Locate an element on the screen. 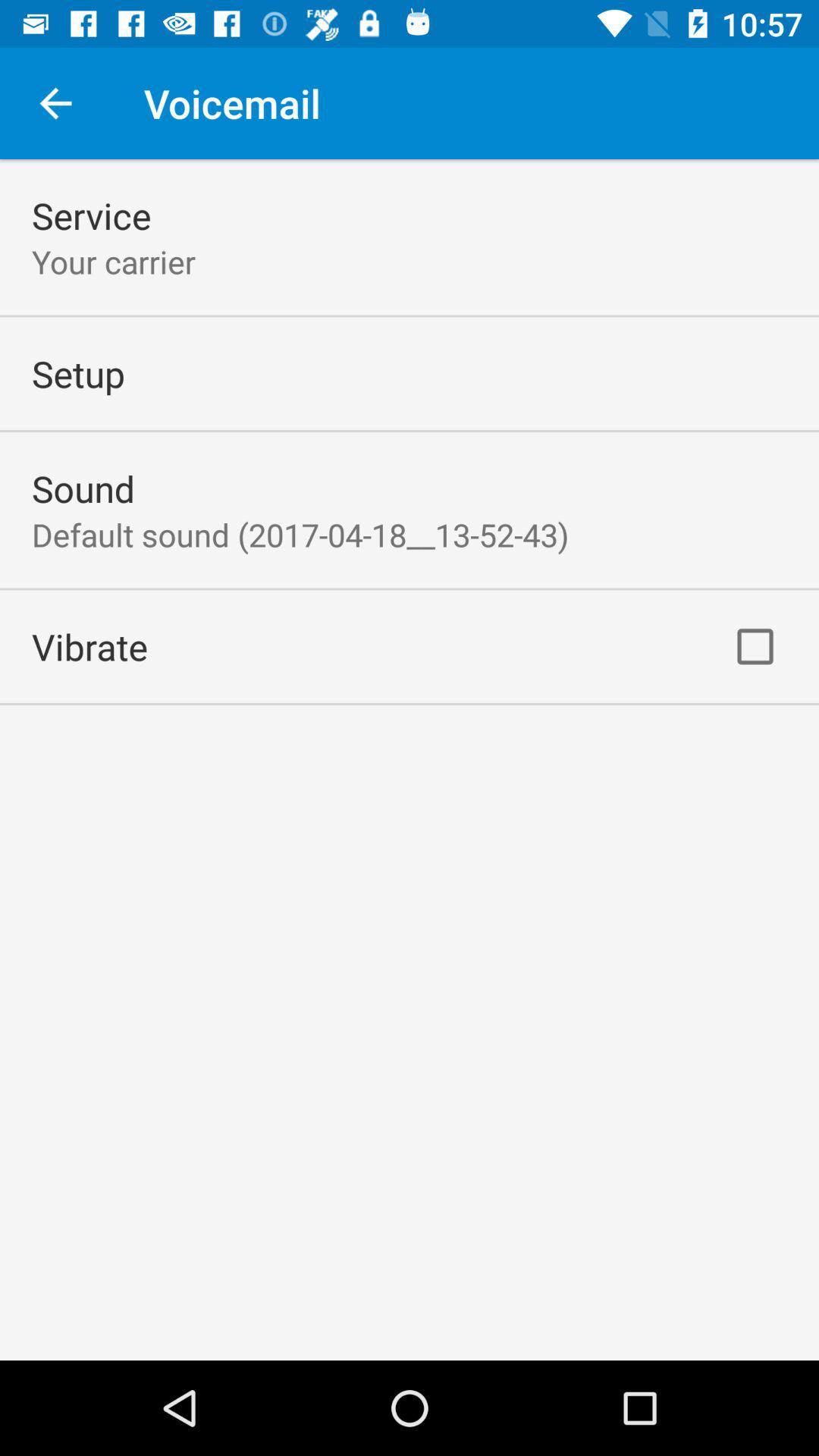 This screenshot has width=819, height=1456. the item below the default sound 2017 item is located at coordinates (89, 646).